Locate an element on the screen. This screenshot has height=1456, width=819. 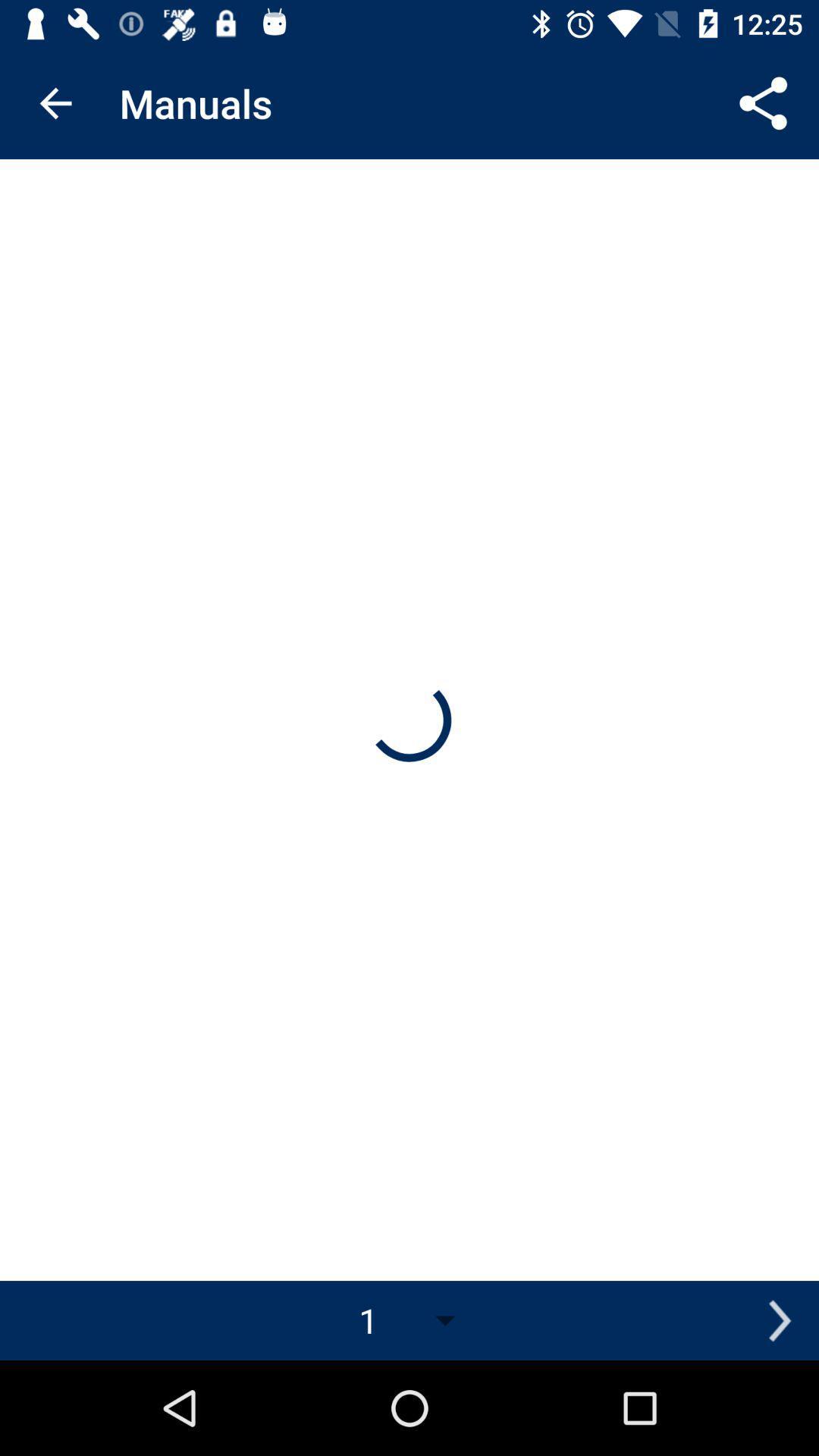
app to the left of manuals app is located at coordinates (55, 102).